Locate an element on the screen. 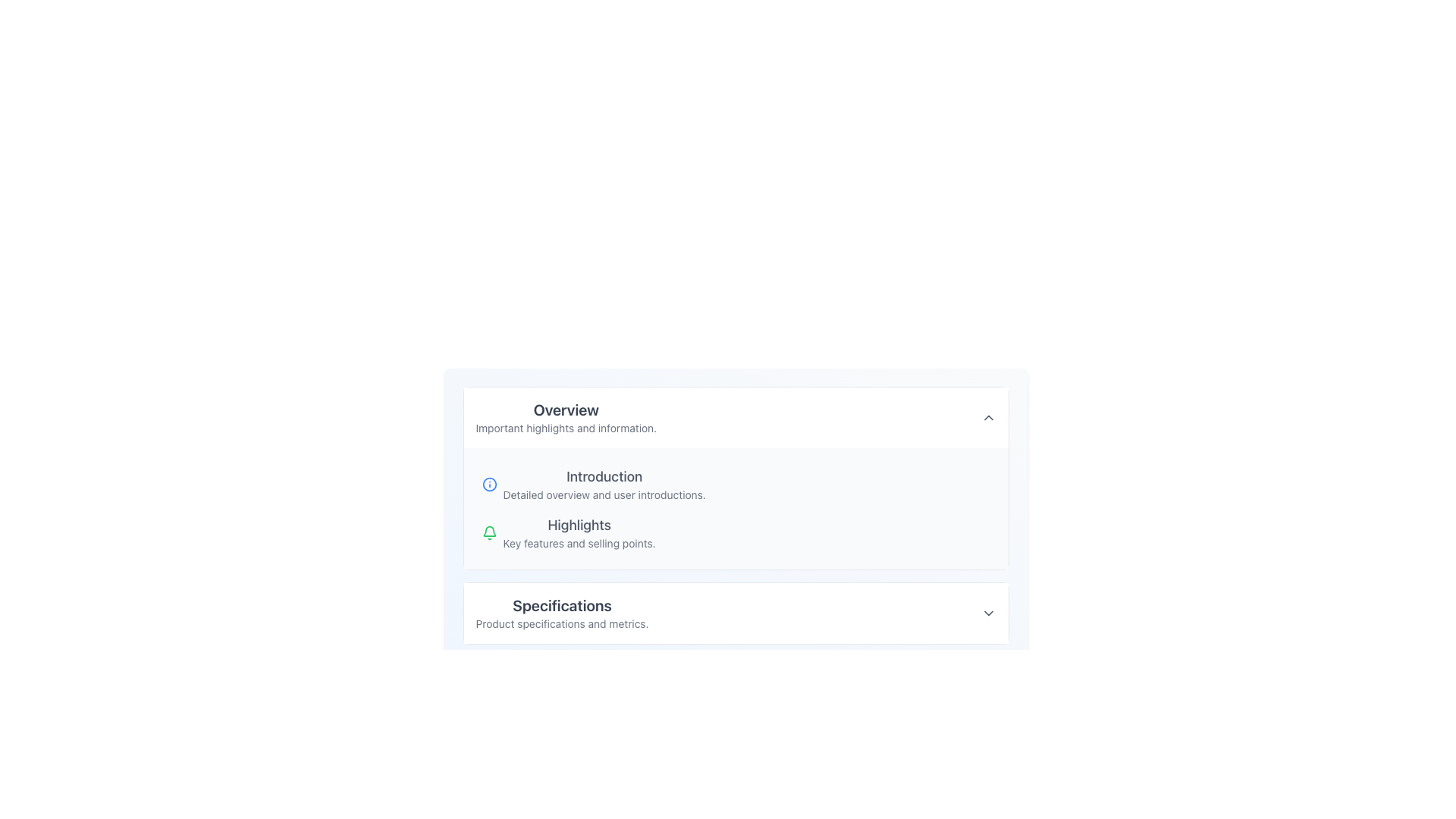 Image resolution: width=1456 pixels, height=819 pixels. the icon located in the 'Highlights' section, which is the first component in the row to the left of the text 'Highlights' and 'Key features and selling points' is located at coordinates (489, 532).